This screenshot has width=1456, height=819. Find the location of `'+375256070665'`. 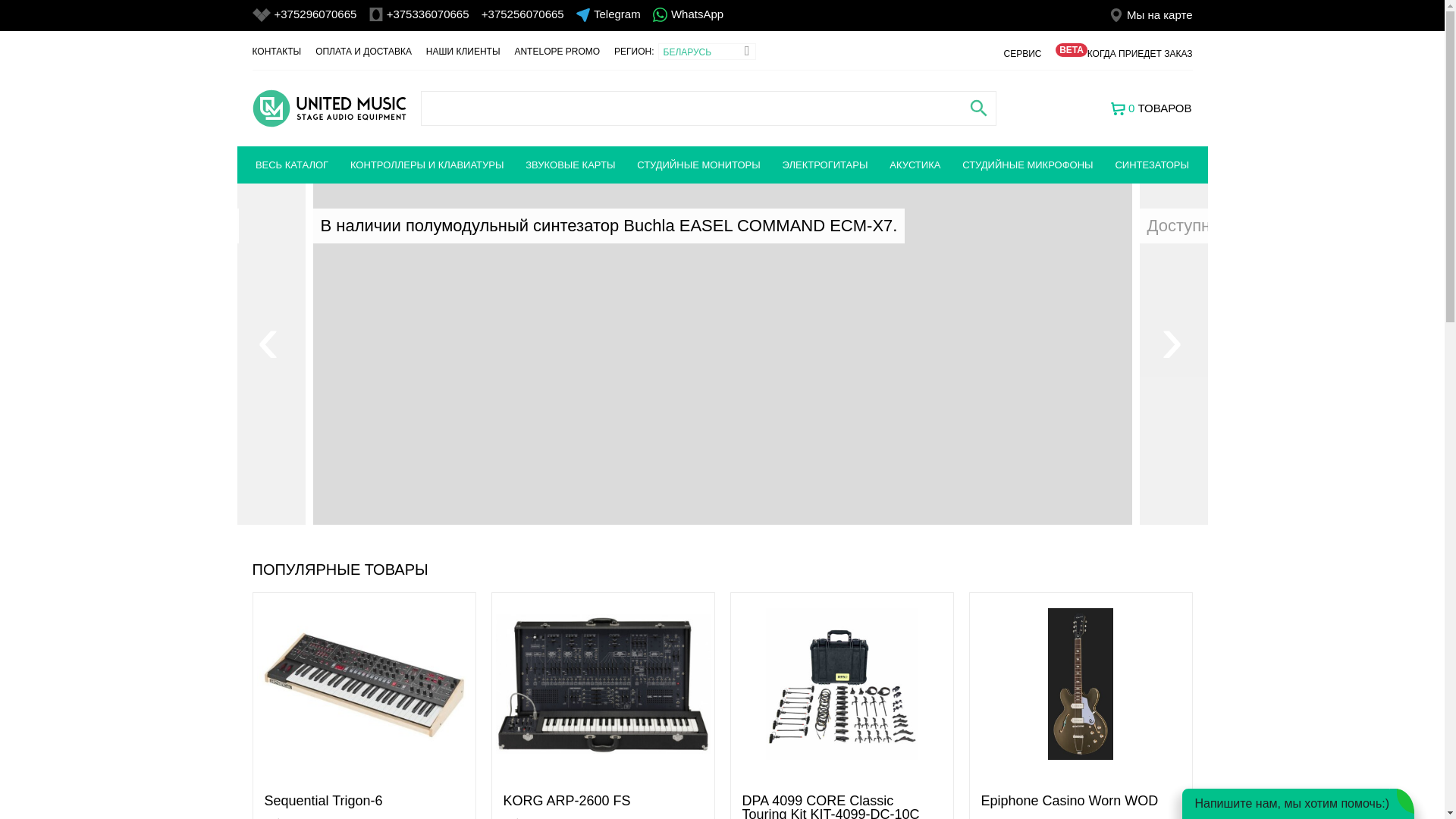

'+375256070665' is located at coordinates (522, 14).